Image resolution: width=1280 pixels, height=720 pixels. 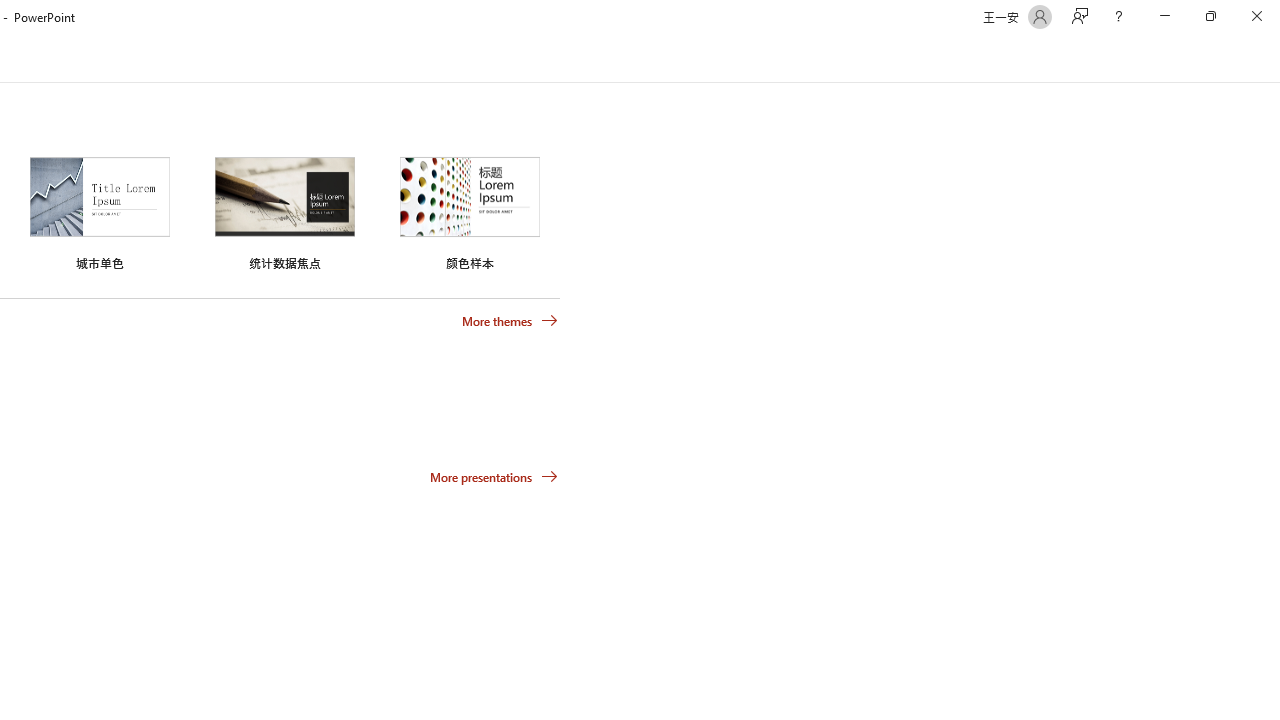 What do you see at coordinates (1270, 58) in the screenshot?
I see `'Class: NetUIScrollBar'` at bounding box center [1270, 58].